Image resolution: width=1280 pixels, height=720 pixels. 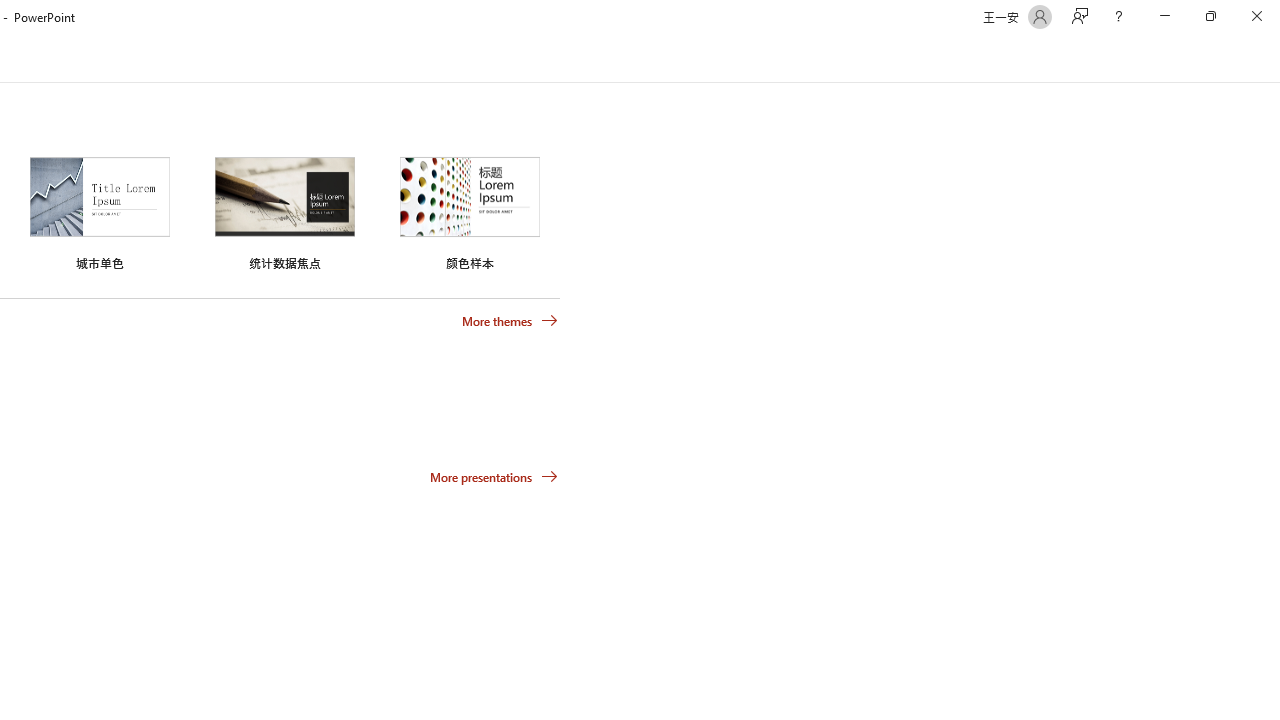 What do you see at coordinates (1270, 58) in the screenshot?
I see `'Class: NetUIScrollBar'` at bounding box center [1270, 58].